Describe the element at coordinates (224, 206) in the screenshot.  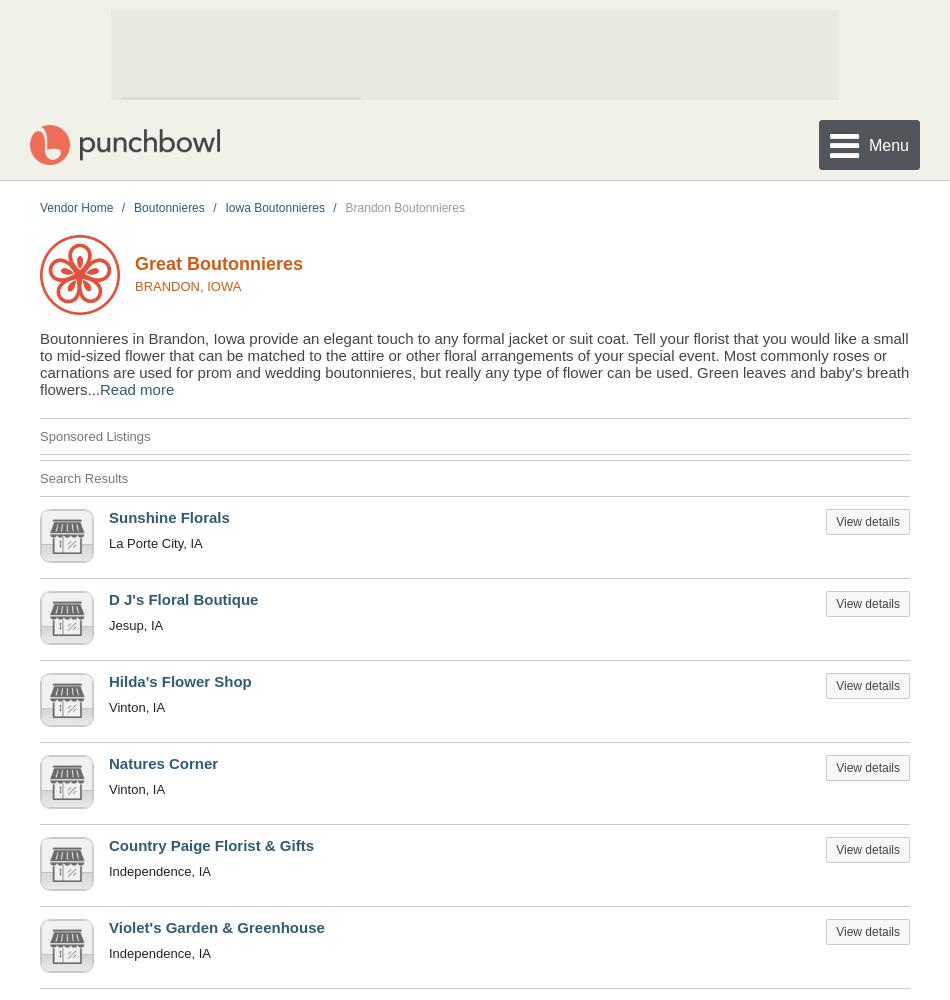
I see `'Iowa Boutonnieres'` at that location.